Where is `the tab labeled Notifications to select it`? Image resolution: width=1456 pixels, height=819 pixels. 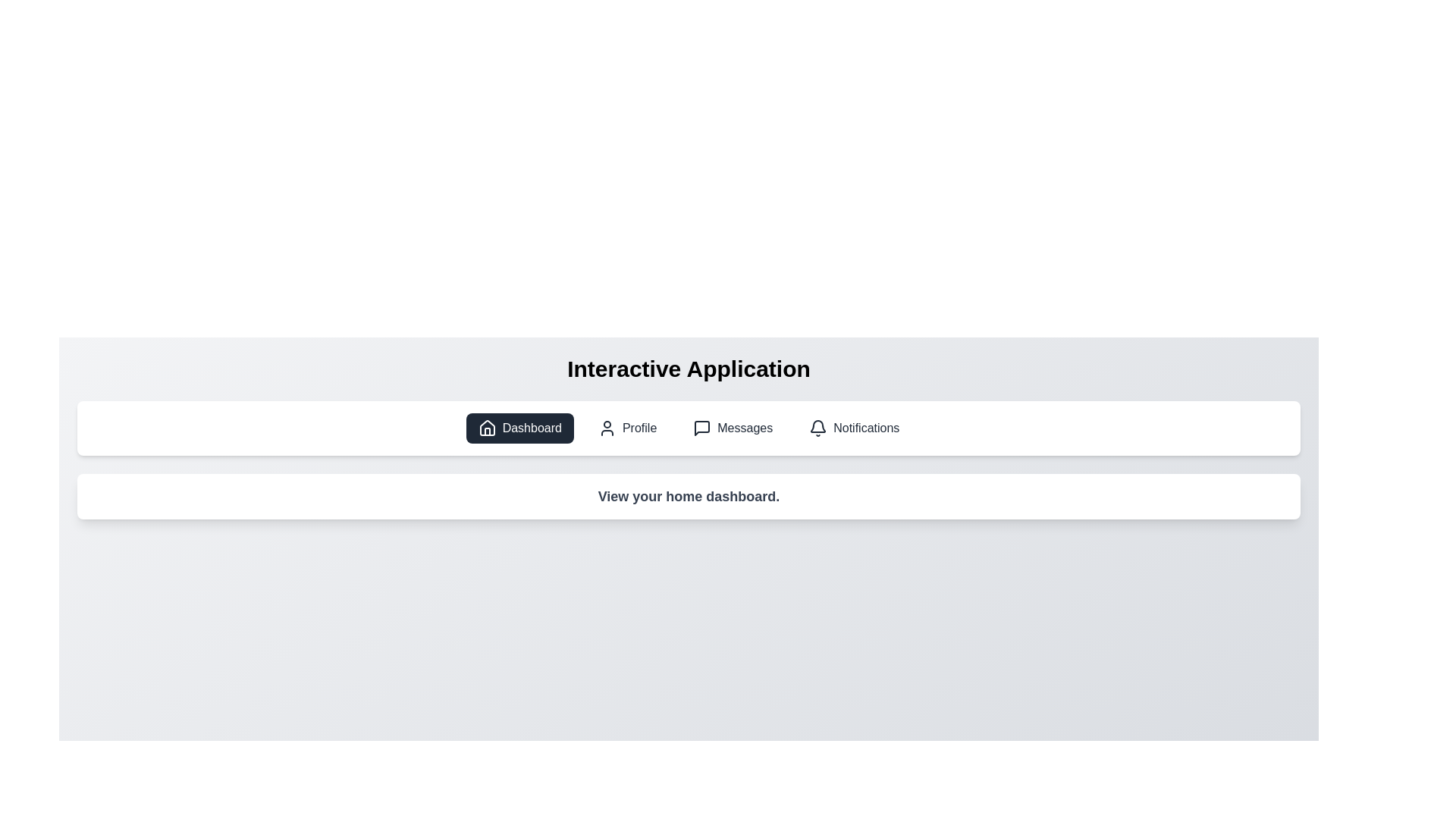 the tab labeled Notifications to select it is located at coordinates (854, 428).